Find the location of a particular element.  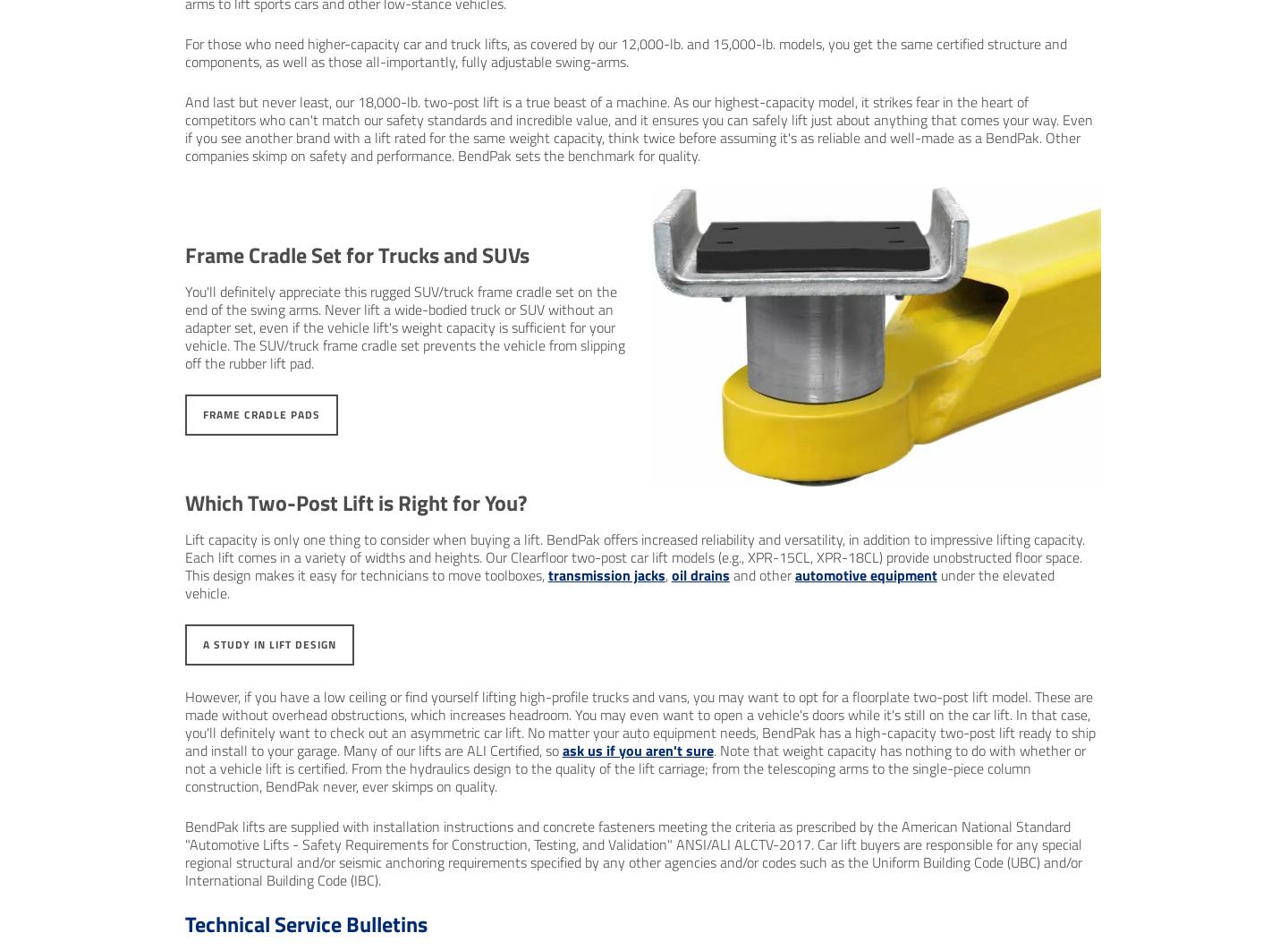

'ask us if you aren't sure' is located at coordinates (637, 749).